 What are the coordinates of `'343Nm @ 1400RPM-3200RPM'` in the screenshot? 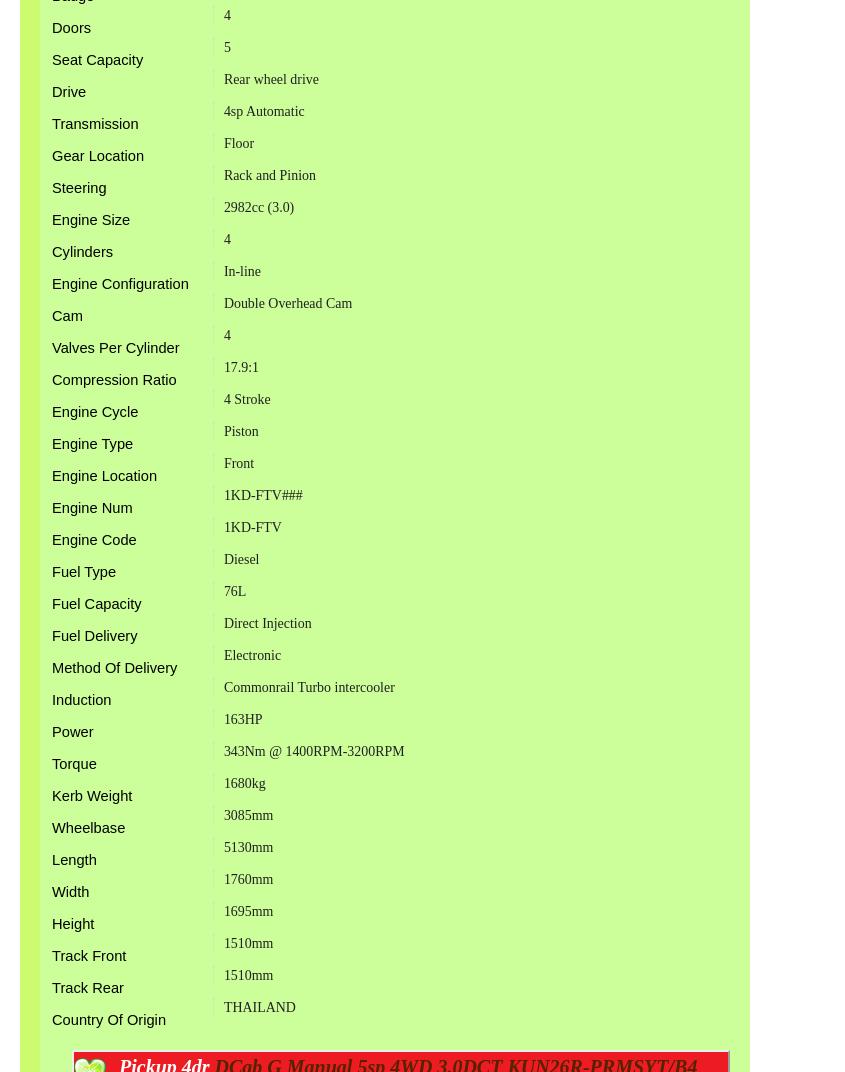 It's located at (313, 750).